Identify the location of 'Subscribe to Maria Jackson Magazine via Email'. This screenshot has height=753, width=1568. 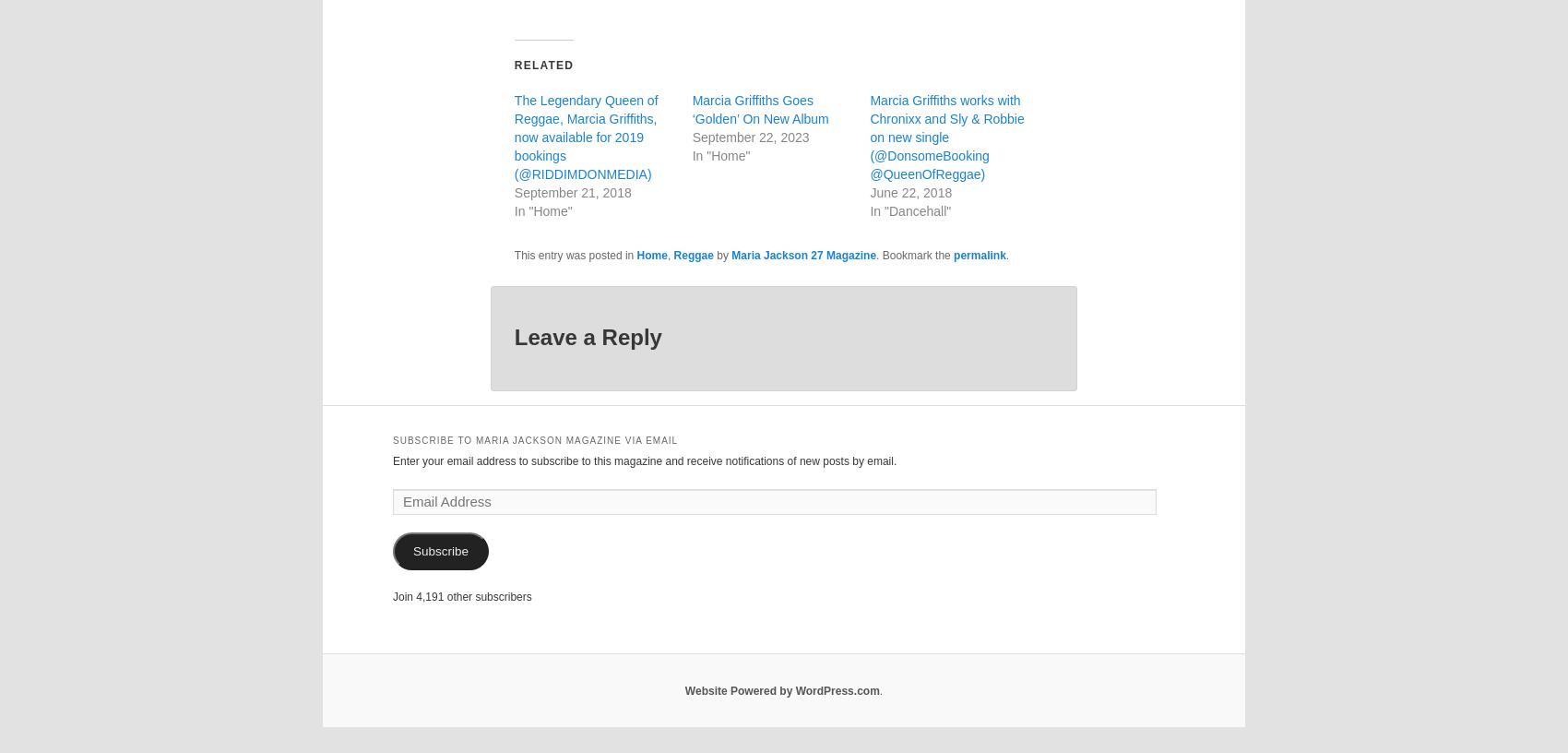
(534, 438).